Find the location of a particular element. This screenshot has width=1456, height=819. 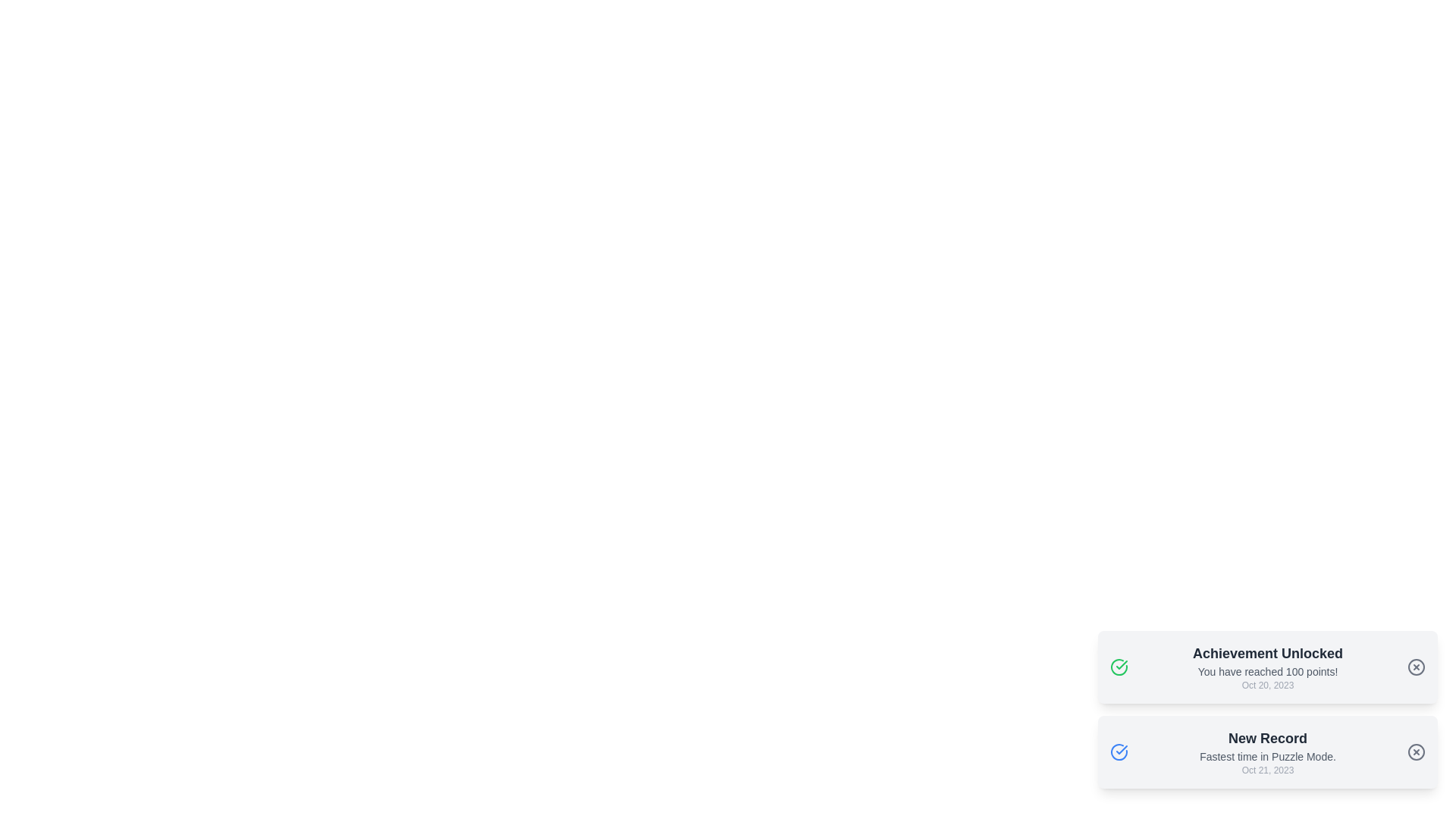

Text label that serves as a heading, positioned at the top of the card above the text 'You have reached 100 points!' and the date 'Oct 20, 2023' is located at coordinates (1267, 652).